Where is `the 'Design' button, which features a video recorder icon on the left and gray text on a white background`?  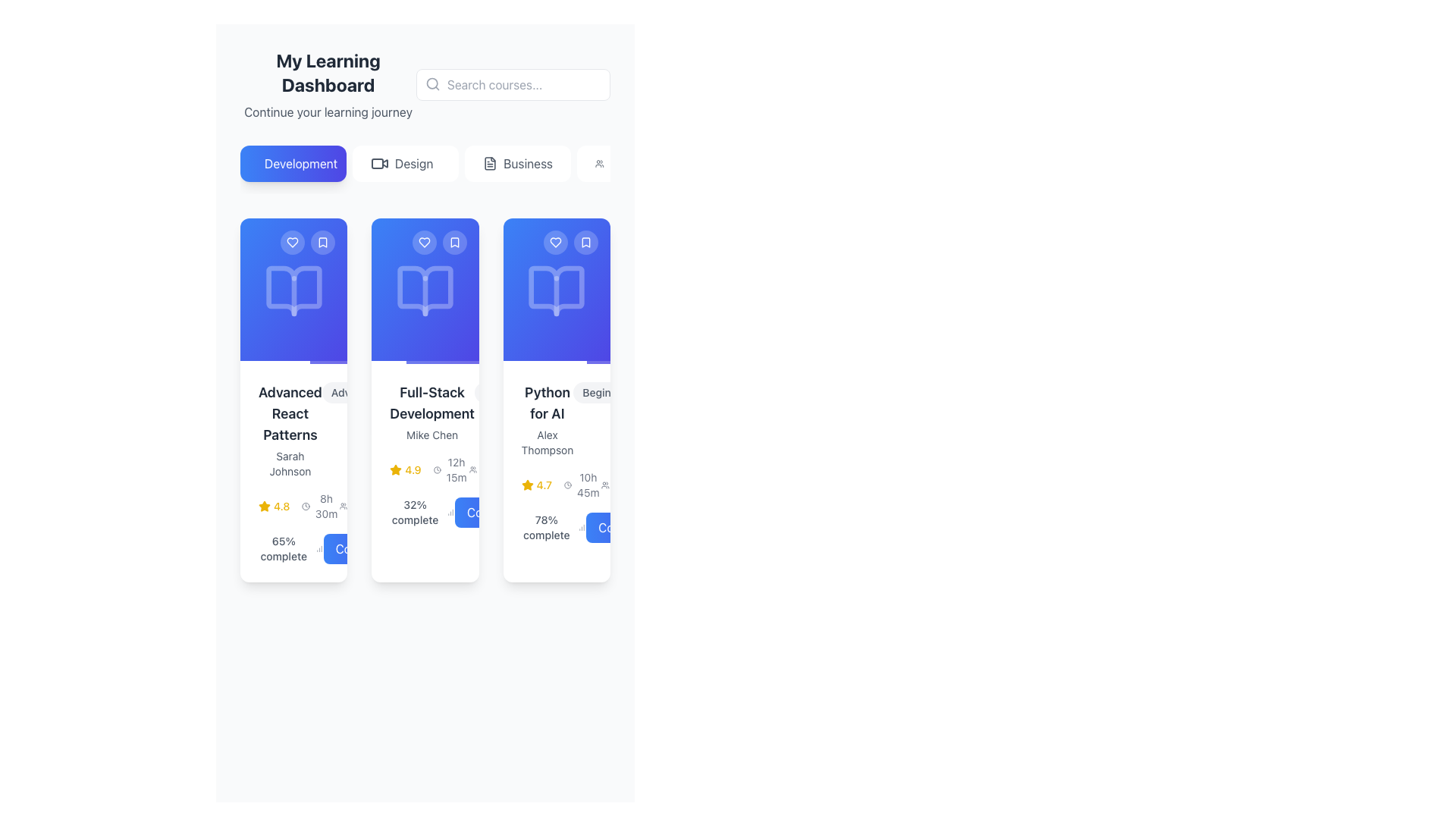
the 'Design' button, which features a video recorder icon on the left and gray text on a white background is located at coordinates (405, 164).